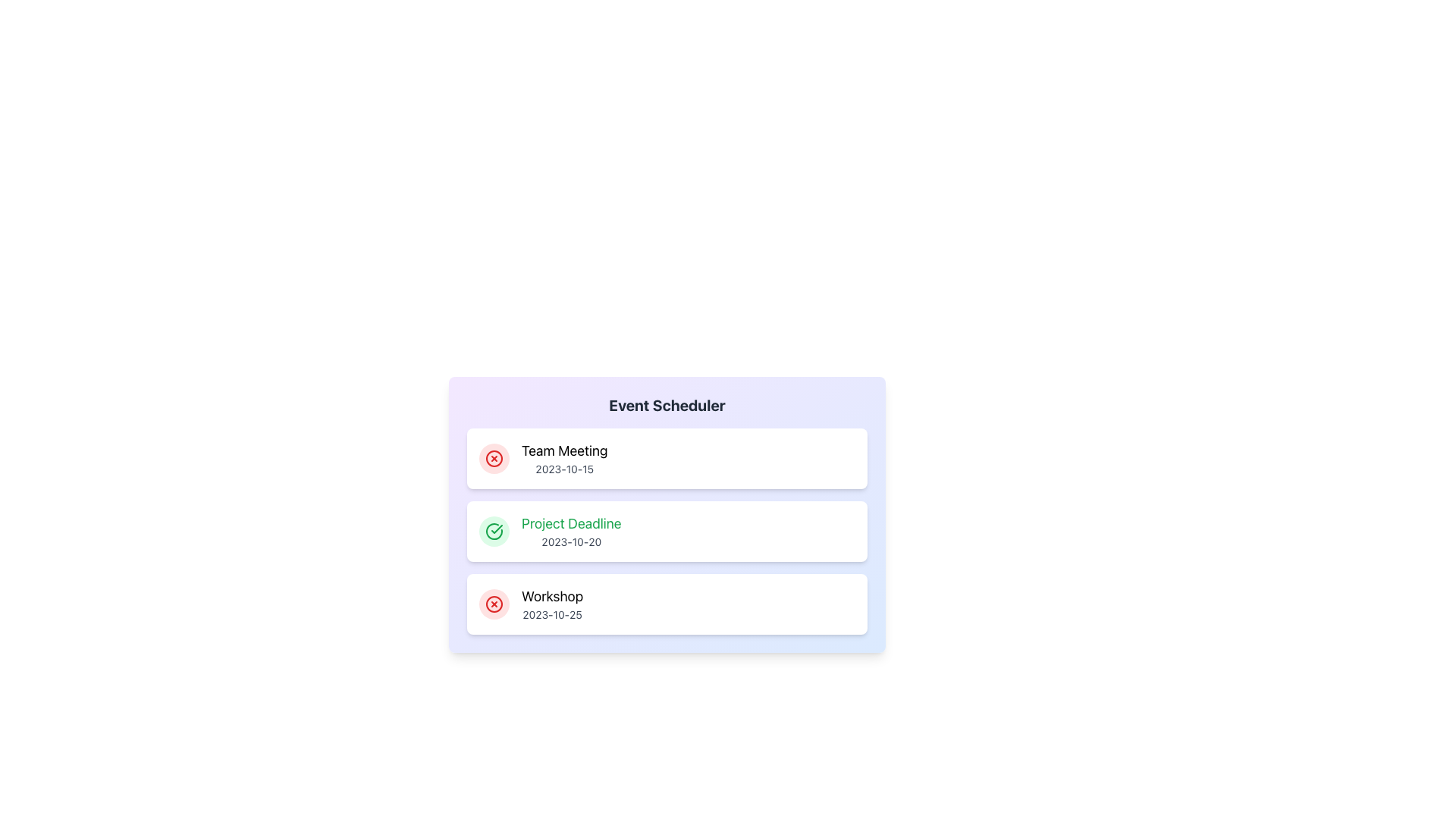 The width and height of the screenshot is (1456, 819). Describe the element at coordinates (543, 458) in the screenshot. I see `text content of the 'Team Meeting' event description label located to the right of the circular red icon in the first row of the list within the main section of the card layout` at that location.